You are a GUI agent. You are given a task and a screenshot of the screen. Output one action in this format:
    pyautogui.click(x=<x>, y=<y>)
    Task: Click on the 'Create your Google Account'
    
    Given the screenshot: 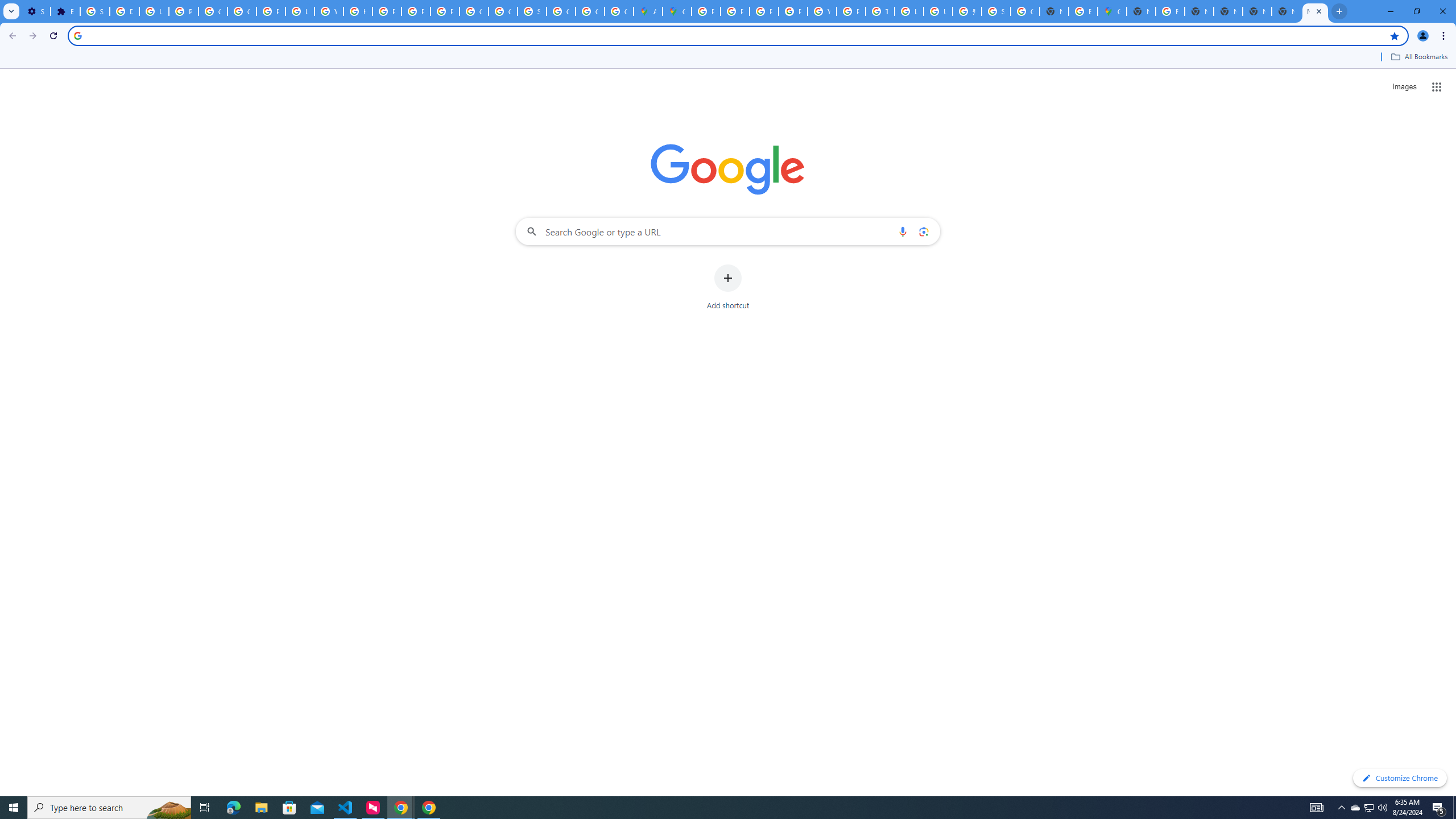 What is the action you would take?
    pyautogui.click(x=619, y=11)
    